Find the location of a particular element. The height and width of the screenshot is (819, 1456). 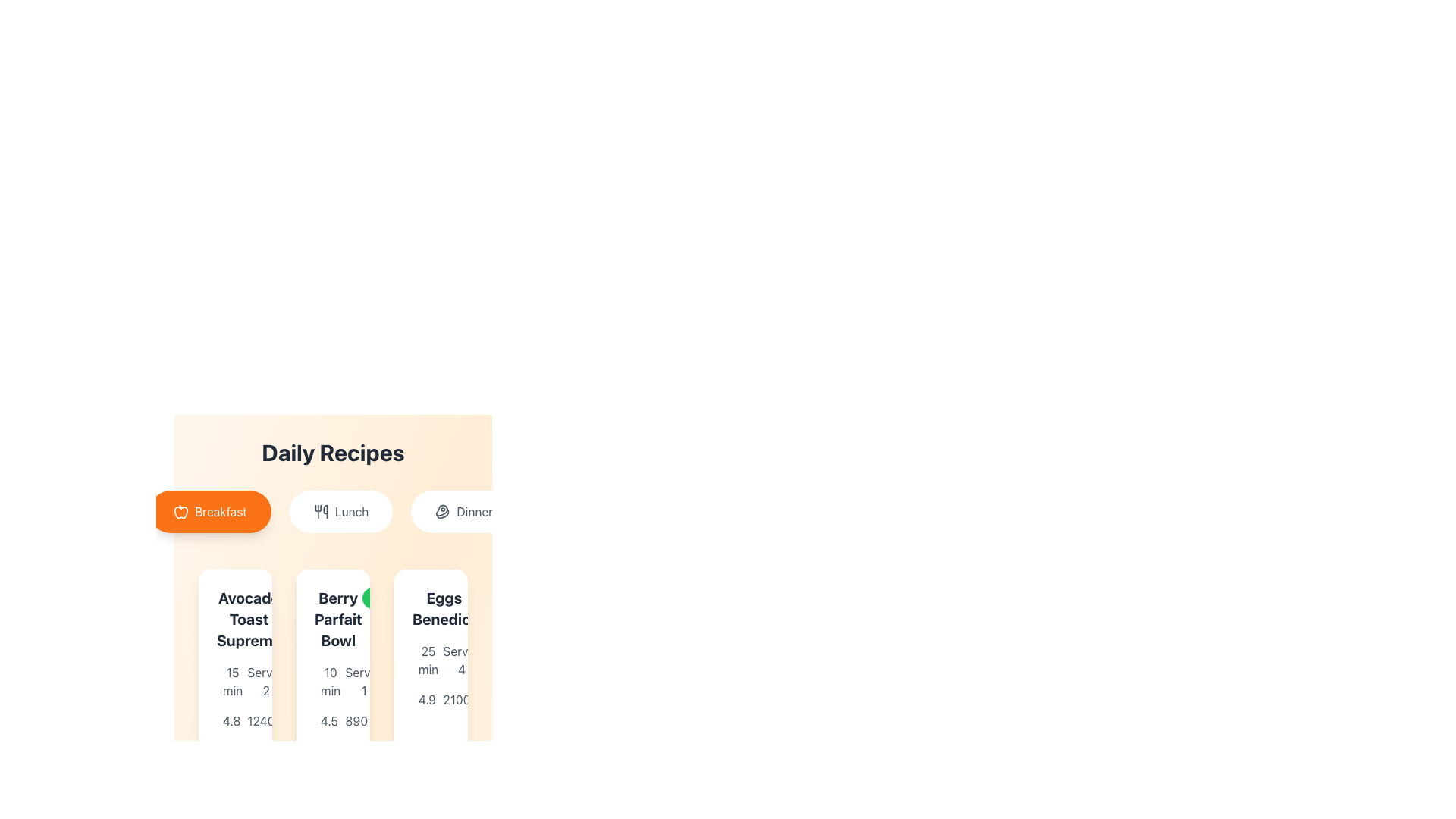

the static text label that describes the serving capacity of the 'Berry Parfait Bowl', which is located below the recipe section in the second column is located at coordinates (364, 680).